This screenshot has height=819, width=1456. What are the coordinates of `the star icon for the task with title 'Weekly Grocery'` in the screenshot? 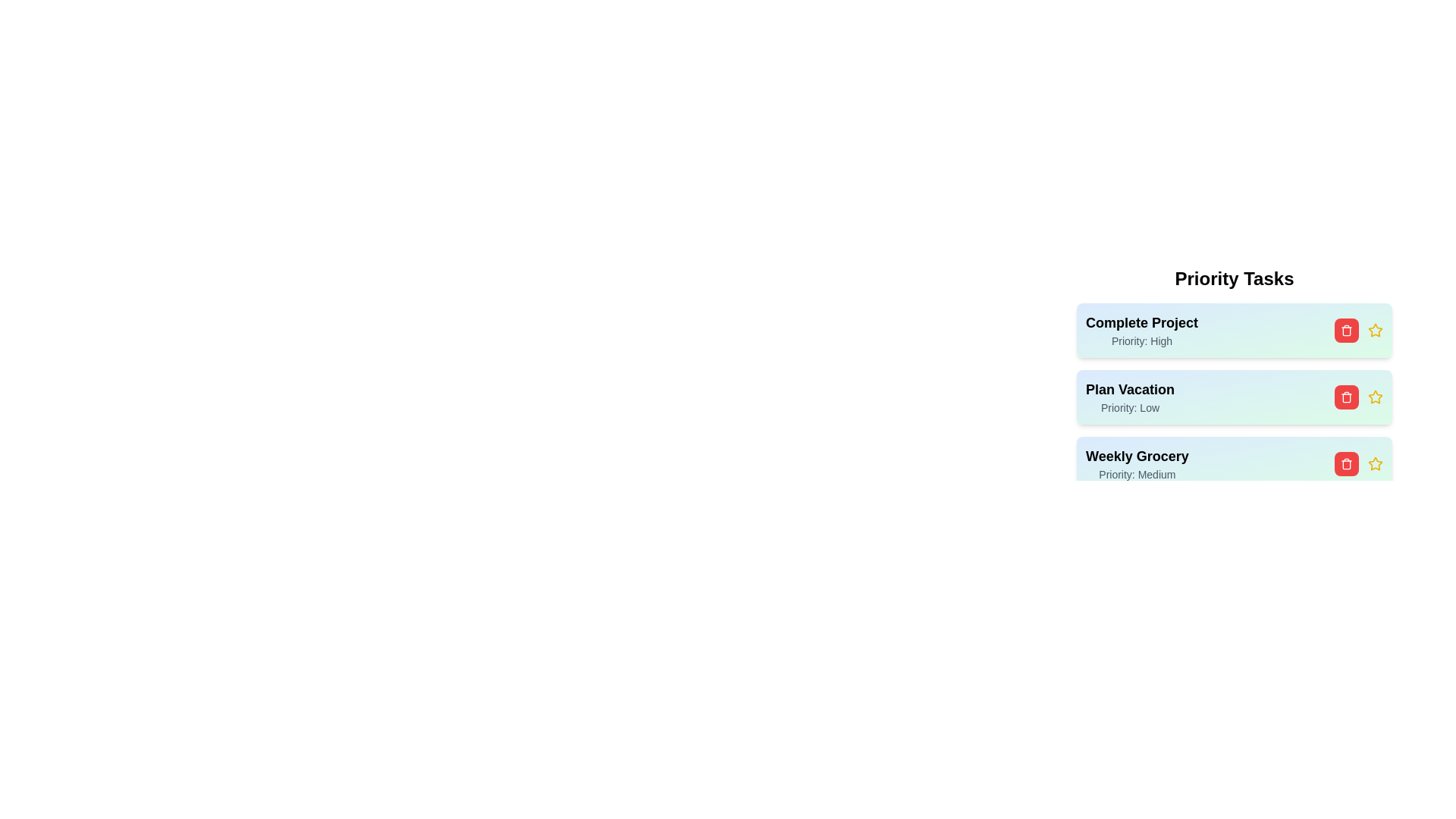 It's located at (1376, 463).